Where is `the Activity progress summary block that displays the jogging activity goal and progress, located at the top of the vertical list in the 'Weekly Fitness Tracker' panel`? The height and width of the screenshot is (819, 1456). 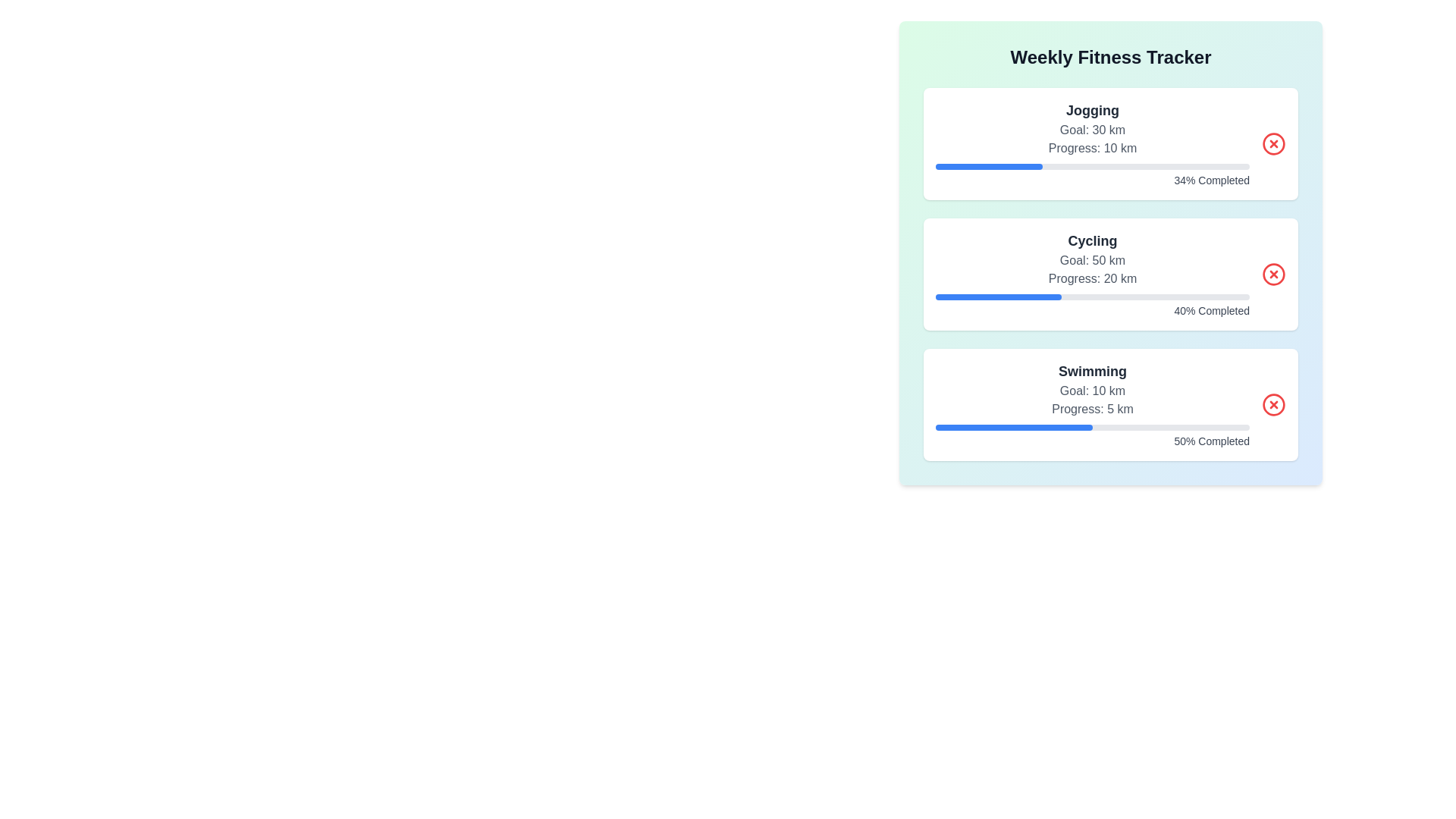 the Activity progress summary block that displays the jogging activity goal and progress, located at the top of the vertical list in the 'Weekly Fitness Tracker' panel is located at coordinates (1092, 143).